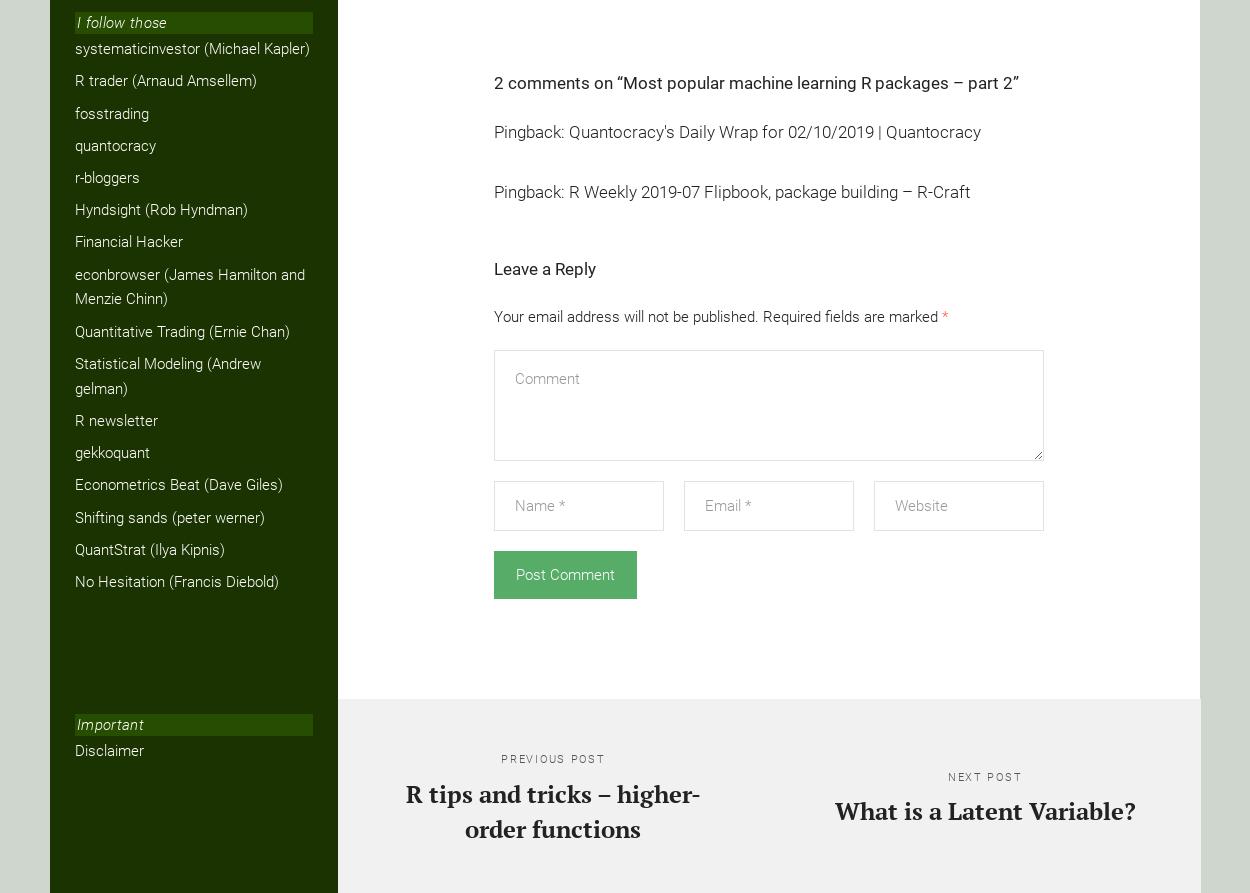 This screenshot has width=1250, height=893. I want to click on 'Hyndsight (Rob Hyndman)', so click(161, 209).